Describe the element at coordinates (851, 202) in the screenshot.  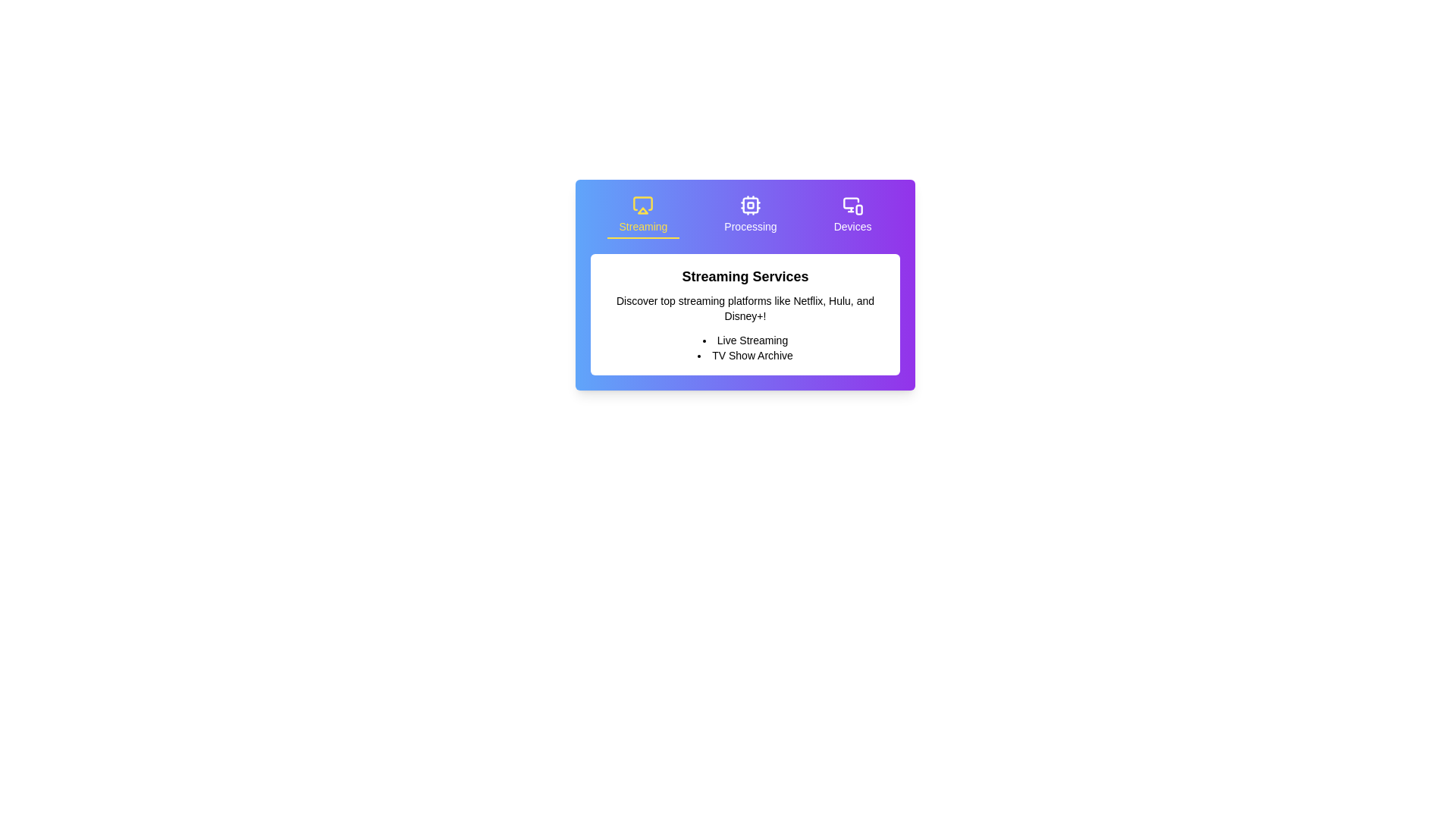
I see `the 'Devices' icon located in the third button from the left in the horizontal navigation bar at the top of the card-style interface` at that location.